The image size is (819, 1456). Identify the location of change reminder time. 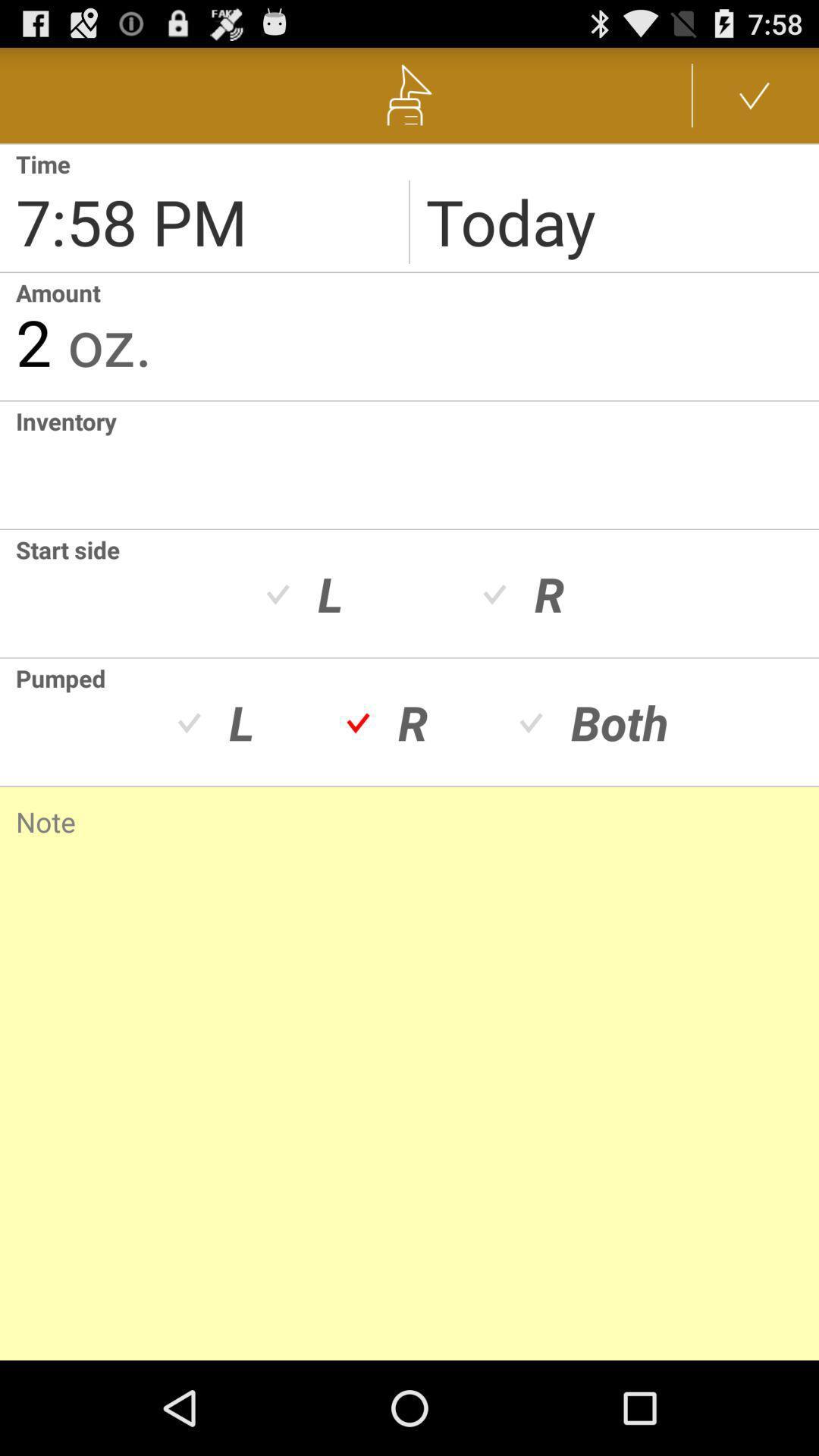
(203, 207).